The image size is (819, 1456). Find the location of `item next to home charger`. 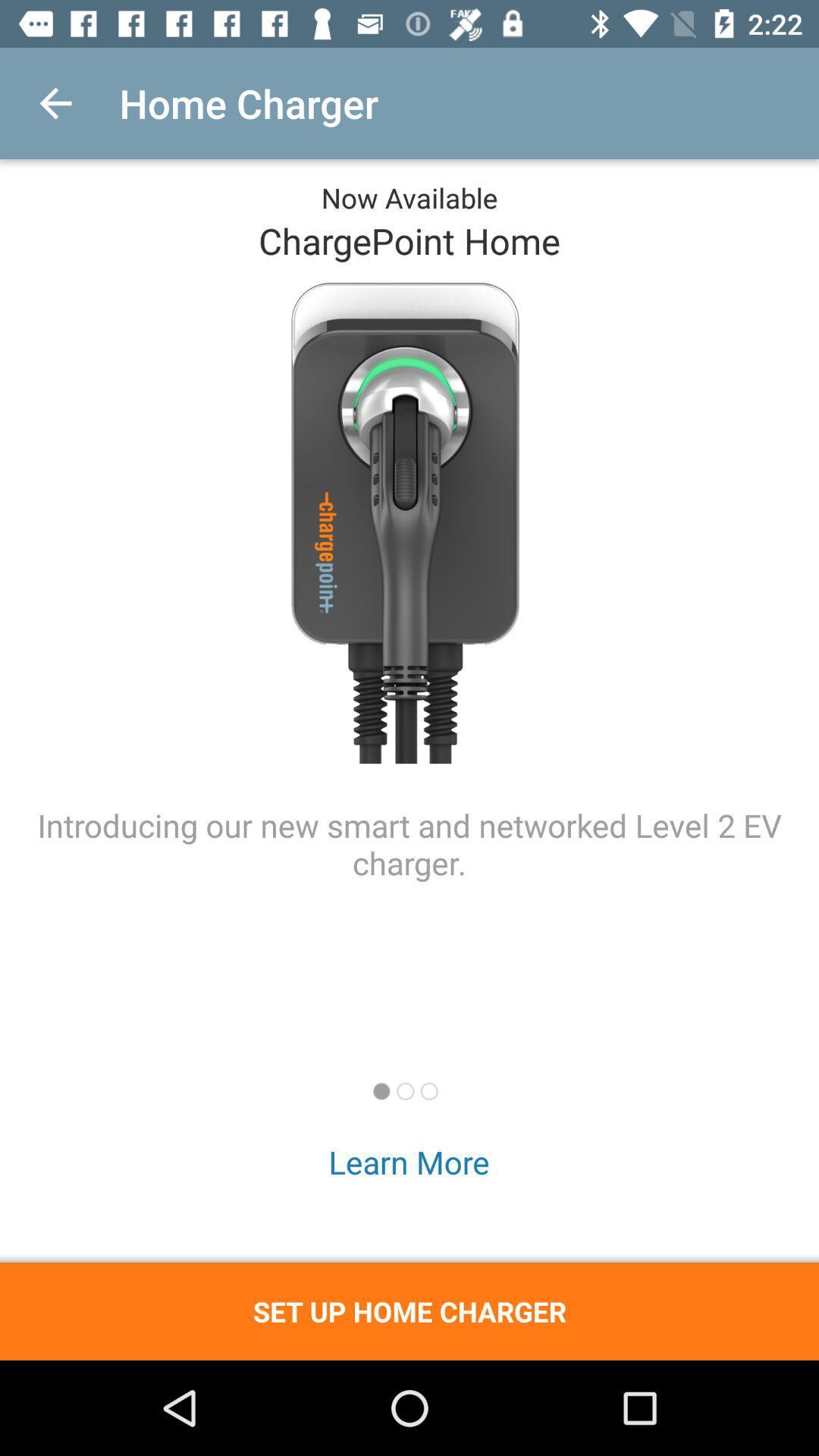

item next to home charger is located at coordinates (55, 102).